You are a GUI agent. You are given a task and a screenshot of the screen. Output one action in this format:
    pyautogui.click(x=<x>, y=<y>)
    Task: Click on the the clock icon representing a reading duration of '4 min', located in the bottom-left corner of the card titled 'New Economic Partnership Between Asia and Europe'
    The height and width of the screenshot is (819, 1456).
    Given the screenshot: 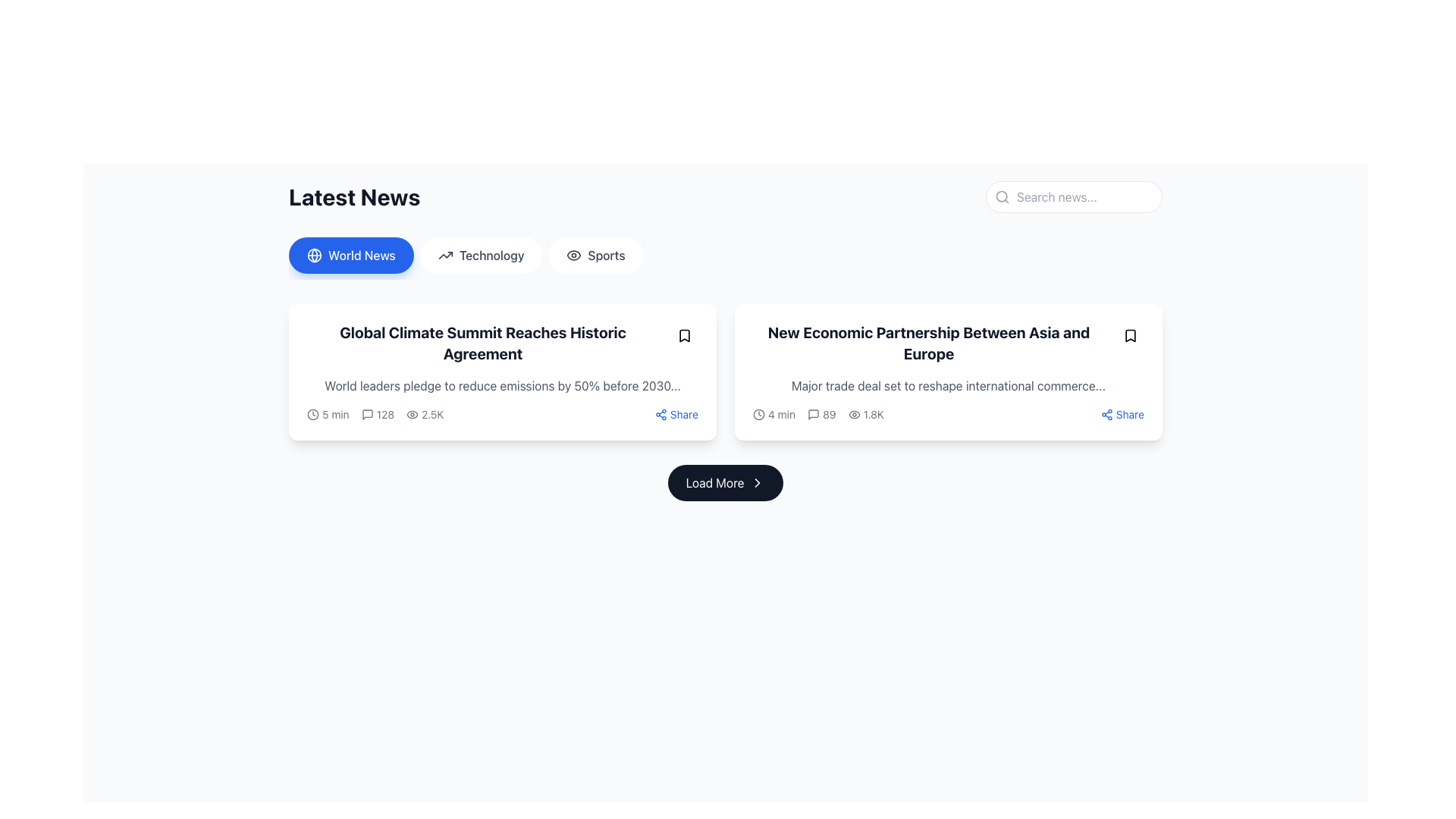 What is the action you would take?
    pyautogui.click(x=759, y=415)
    